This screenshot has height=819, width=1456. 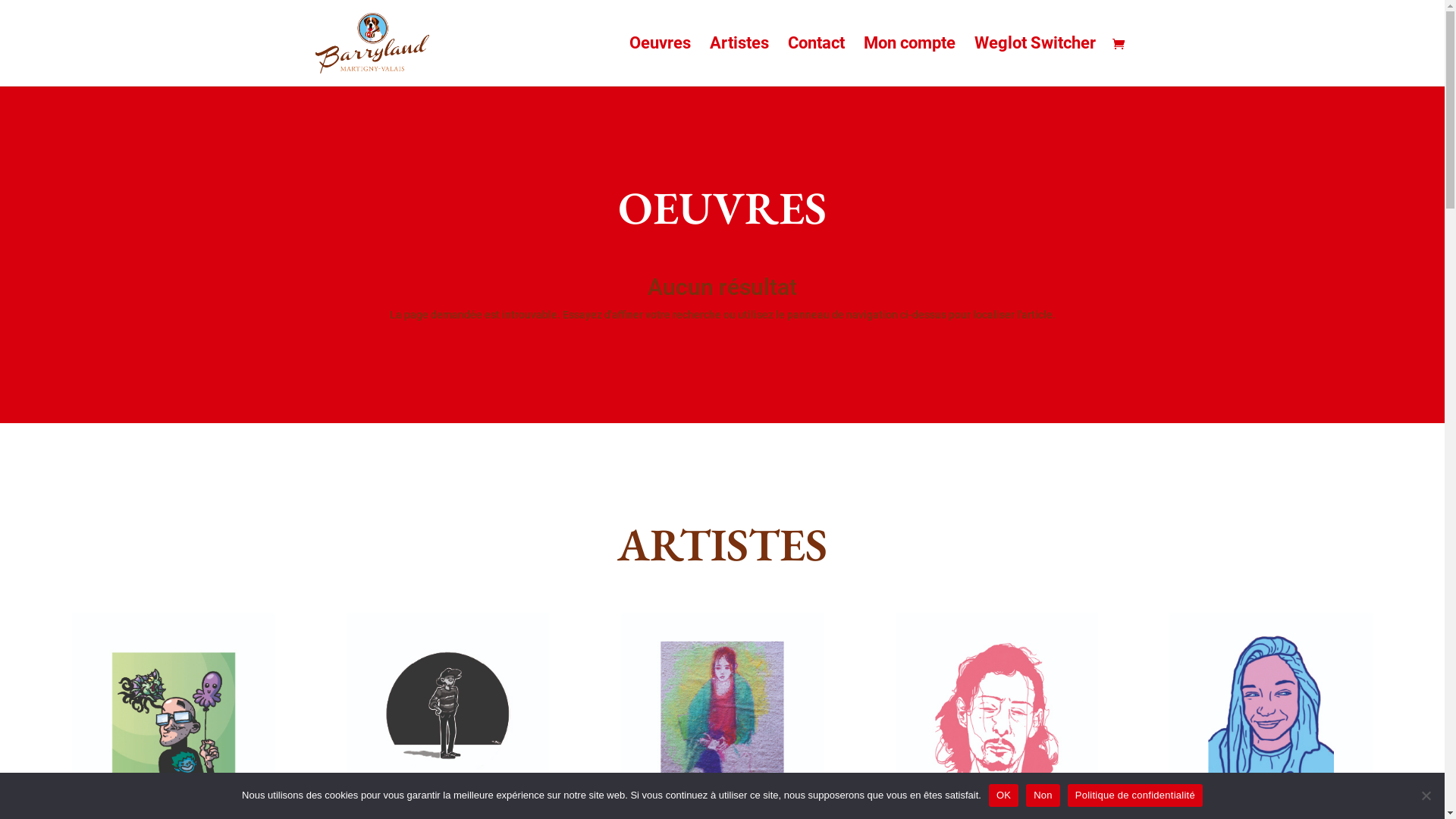 I want to click on 'Contact', so click(x=814, y=61).